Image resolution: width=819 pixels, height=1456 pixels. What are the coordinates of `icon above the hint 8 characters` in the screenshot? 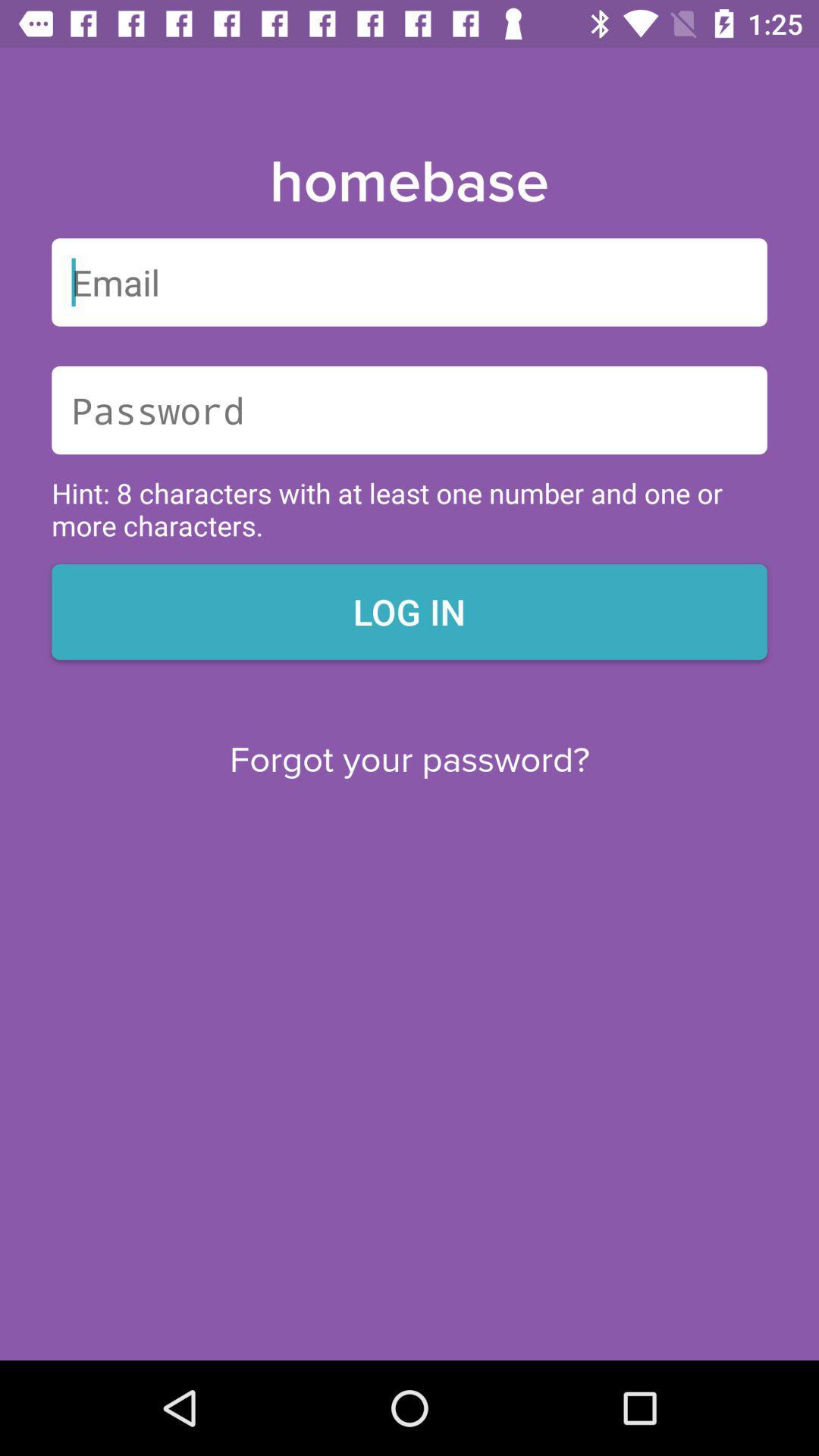 It's located at (409, 410).